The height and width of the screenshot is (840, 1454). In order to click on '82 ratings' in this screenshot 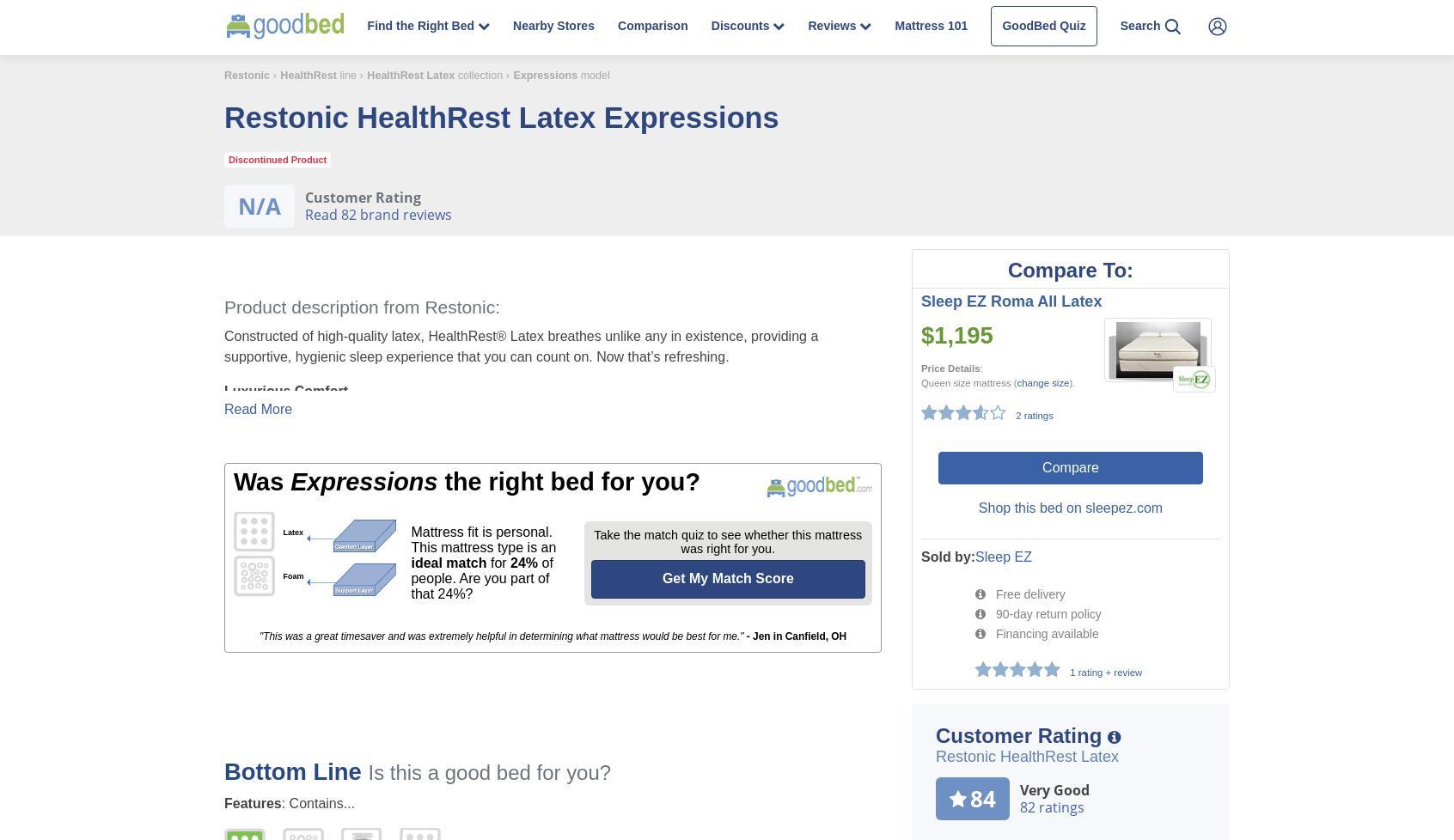, I will do `click(1018, 805)`.